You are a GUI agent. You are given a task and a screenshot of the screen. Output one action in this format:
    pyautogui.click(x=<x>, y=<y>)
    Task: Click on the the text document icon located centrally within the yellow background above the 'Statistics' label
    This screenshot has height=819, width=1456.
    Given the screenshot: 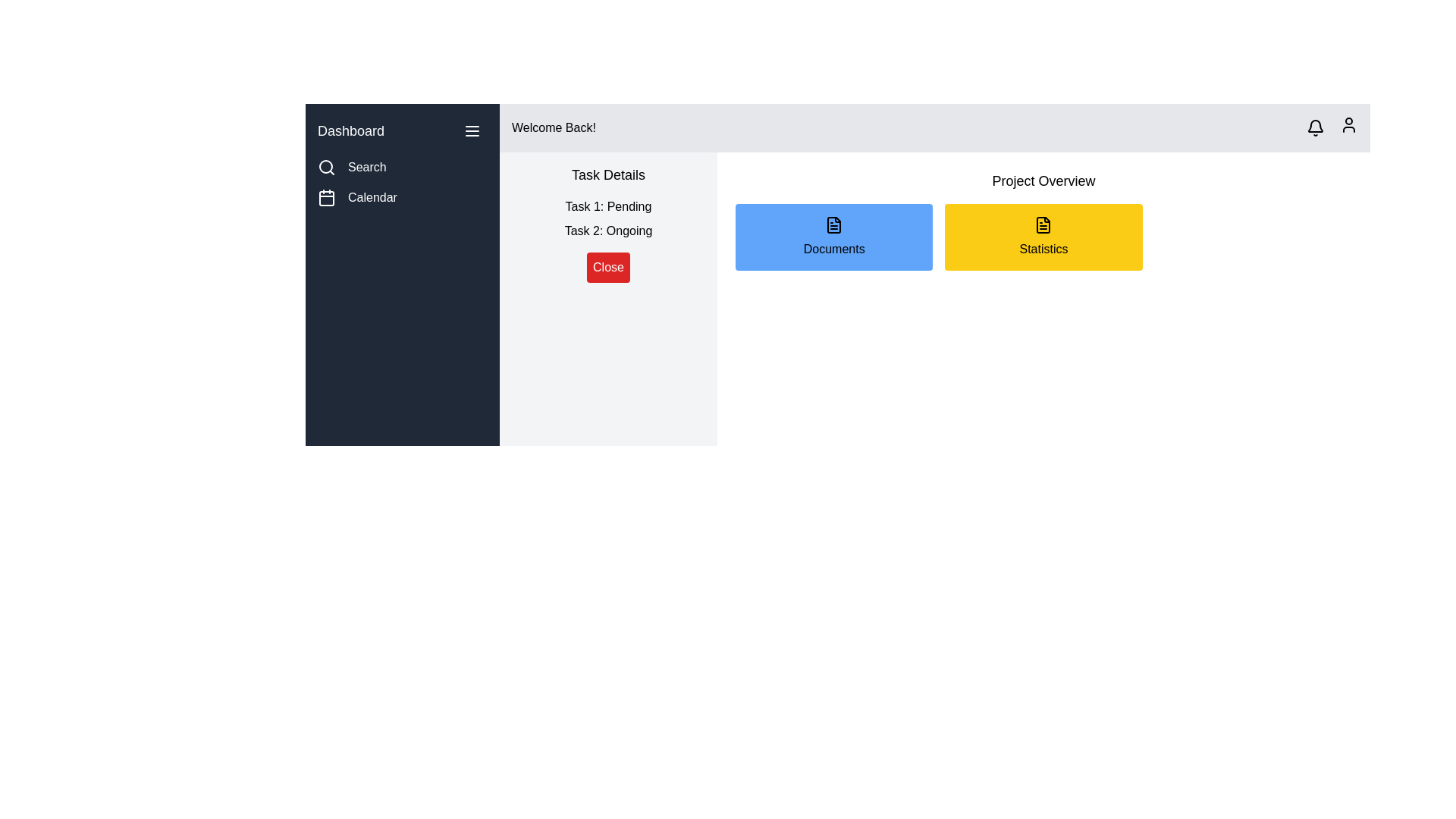 What is the action you would take?
    pyautogui.click(x=1043, y=225)
    